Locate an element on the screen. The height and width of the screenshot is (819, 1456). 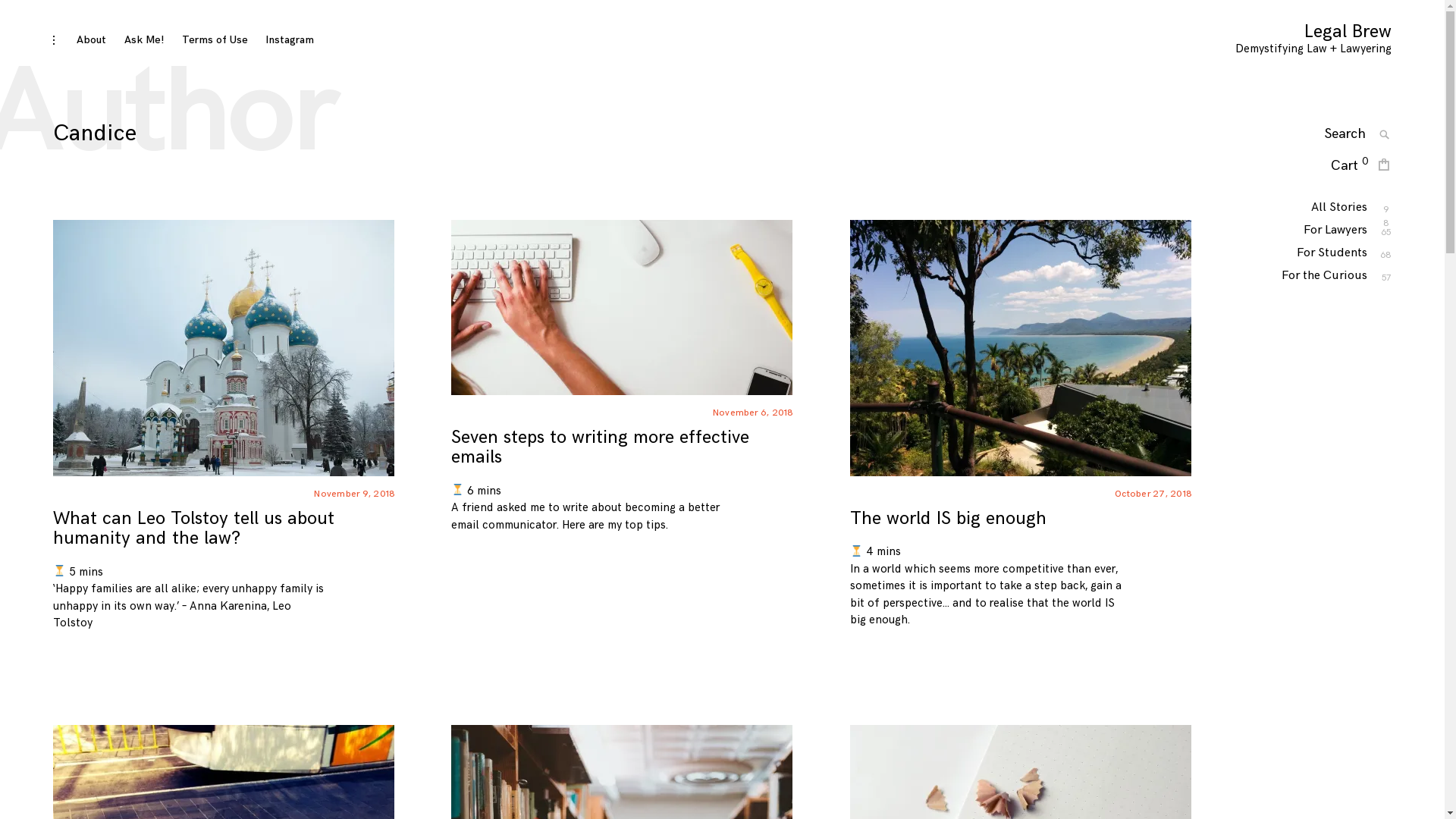
'Cart 0' is located at coordinates (1350, 166).